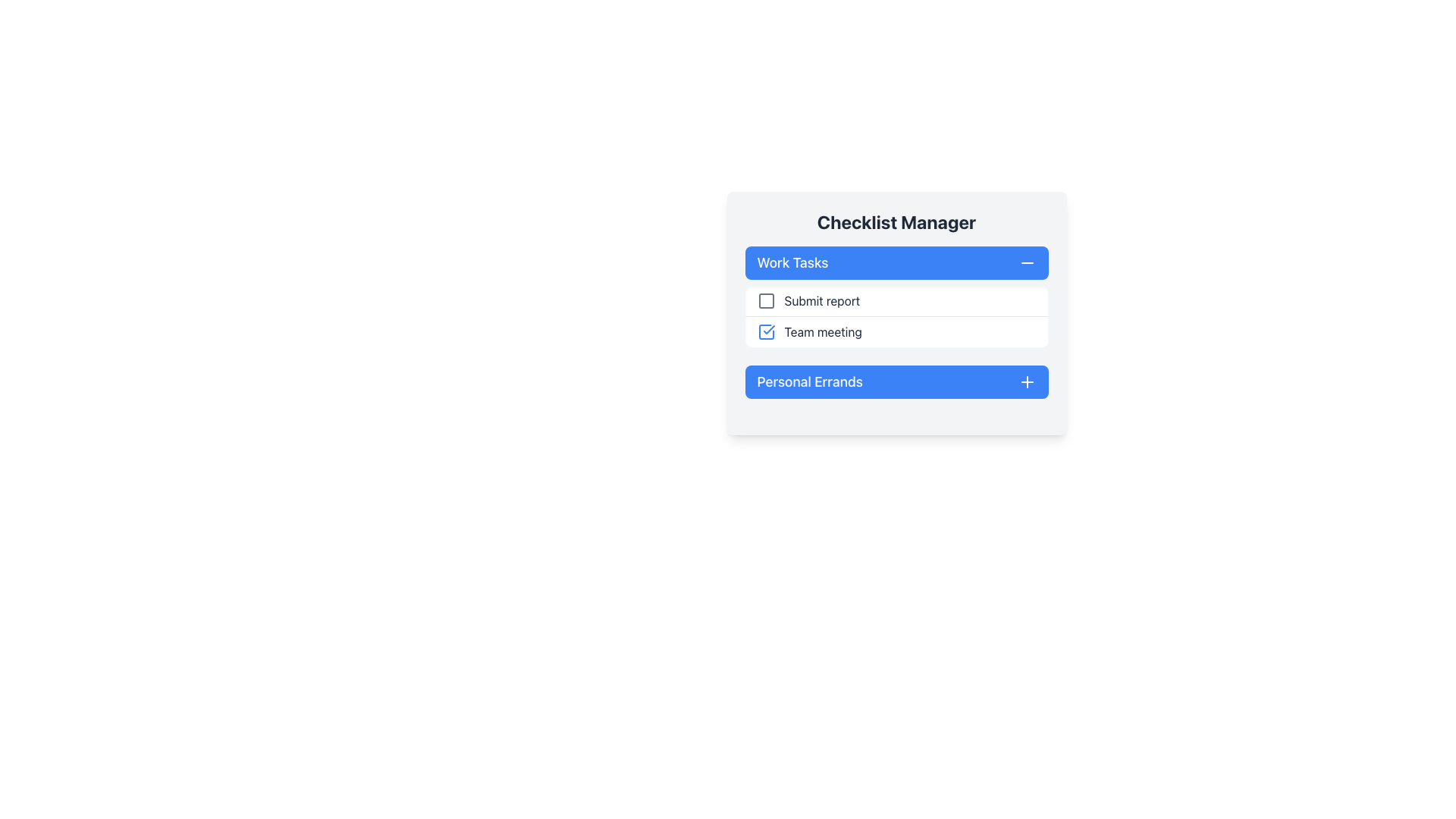 The height and width of the screenshot is (819, 1456). Describe the element at coordinates (766, 301) in the screenshot. I see `the minimalistic square-shaped icon with thin strokes and a light gray color located in the 'Work Tasks' section, next to the 'Submit report' text` at that location.